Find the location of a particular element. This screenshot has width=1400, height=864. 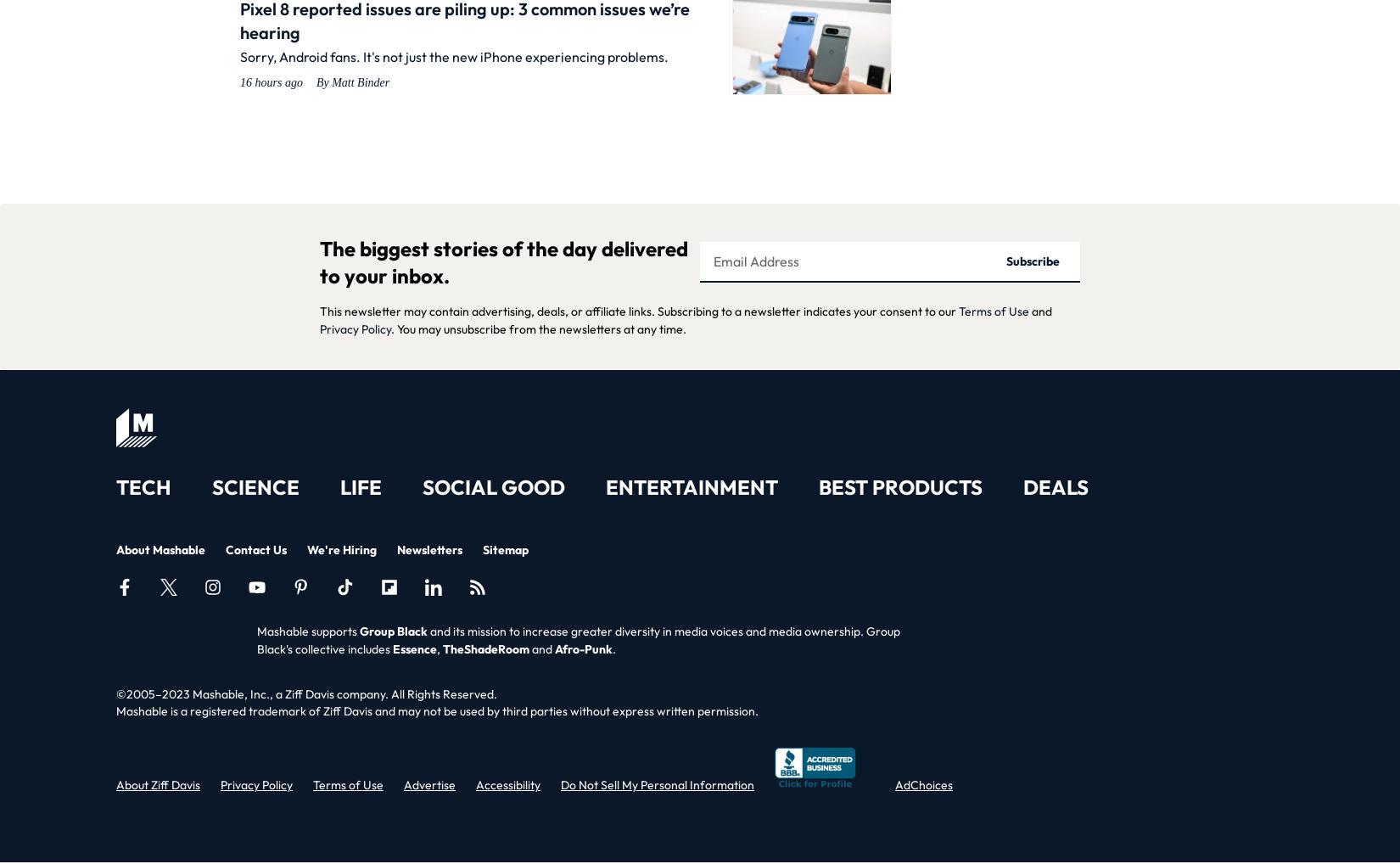

'ENTERTAINMENT' is located at coordinates (691, 487).